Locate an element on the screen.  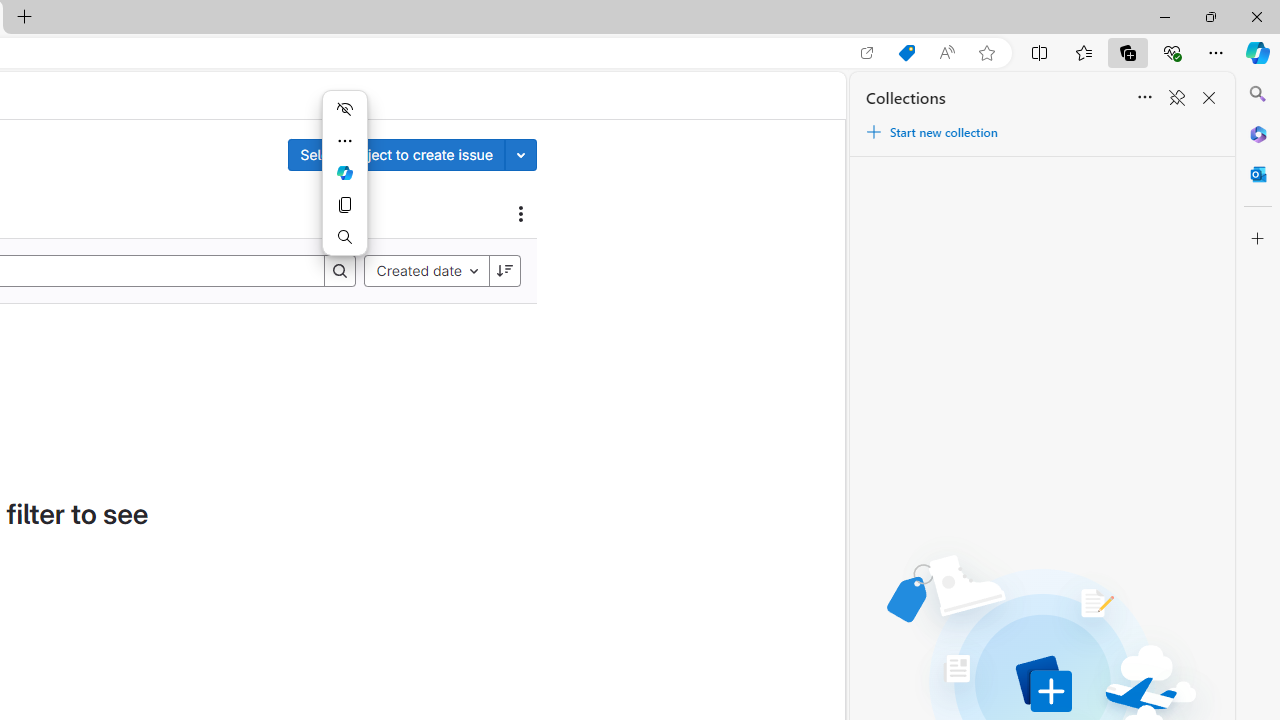
'Ask Copilot' is located at coordinates (344, 171).